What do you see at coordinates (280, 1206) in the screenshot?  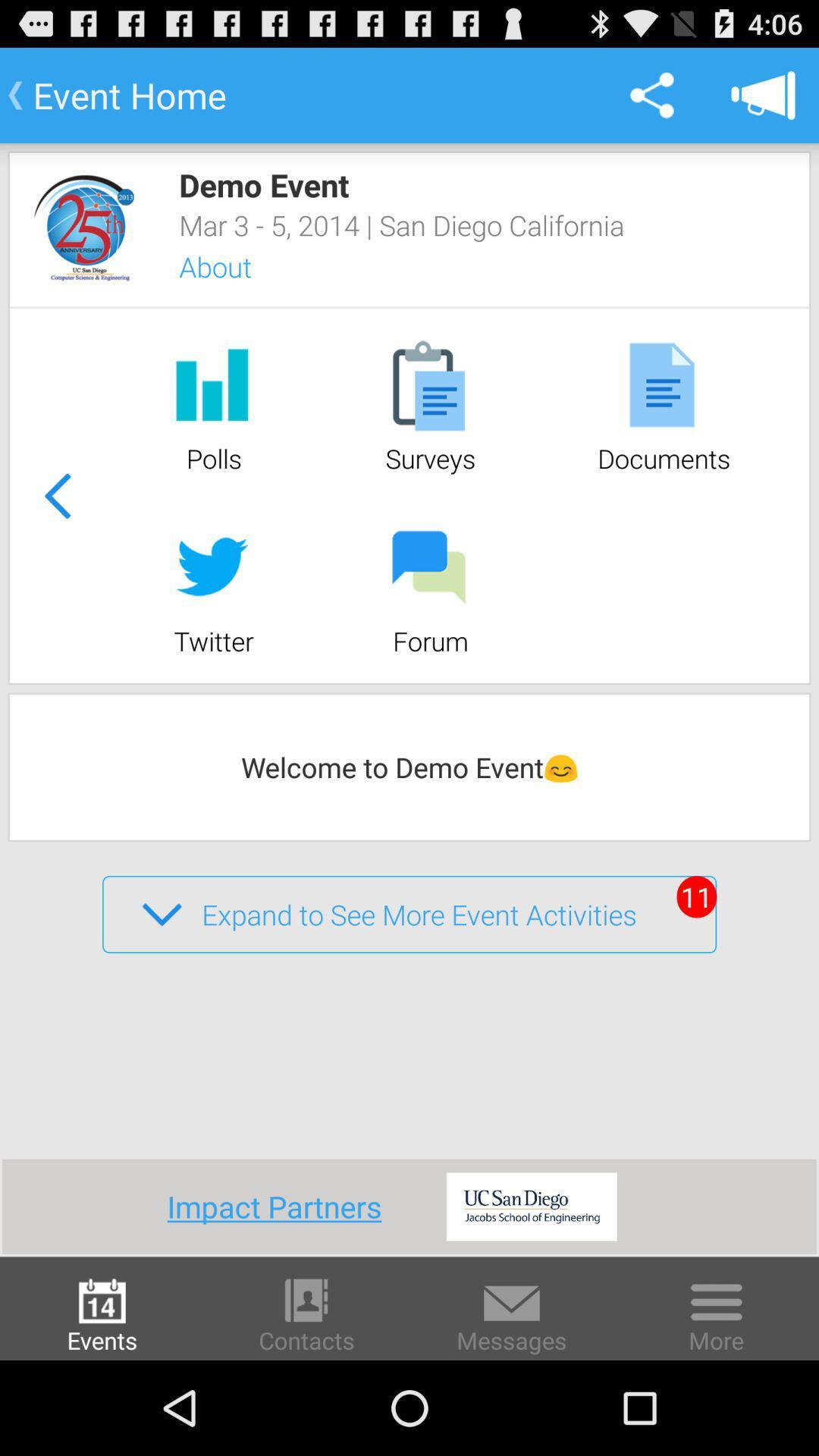 I see `impact partners` at bounding box center [280, 1206].